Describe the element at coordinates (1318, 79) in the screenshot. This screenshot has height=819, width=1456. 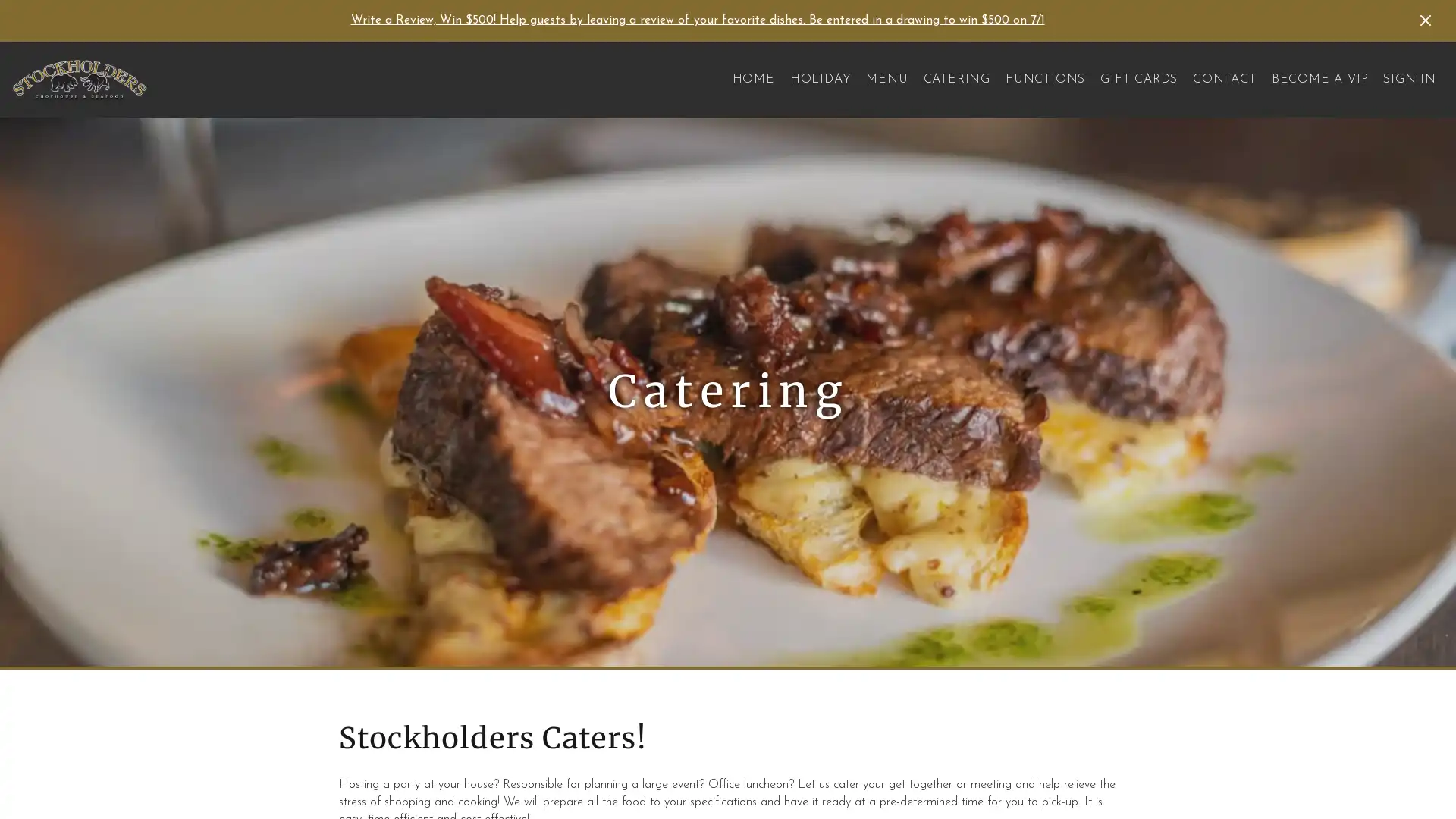
I see `BECOME A VIP` at that location.